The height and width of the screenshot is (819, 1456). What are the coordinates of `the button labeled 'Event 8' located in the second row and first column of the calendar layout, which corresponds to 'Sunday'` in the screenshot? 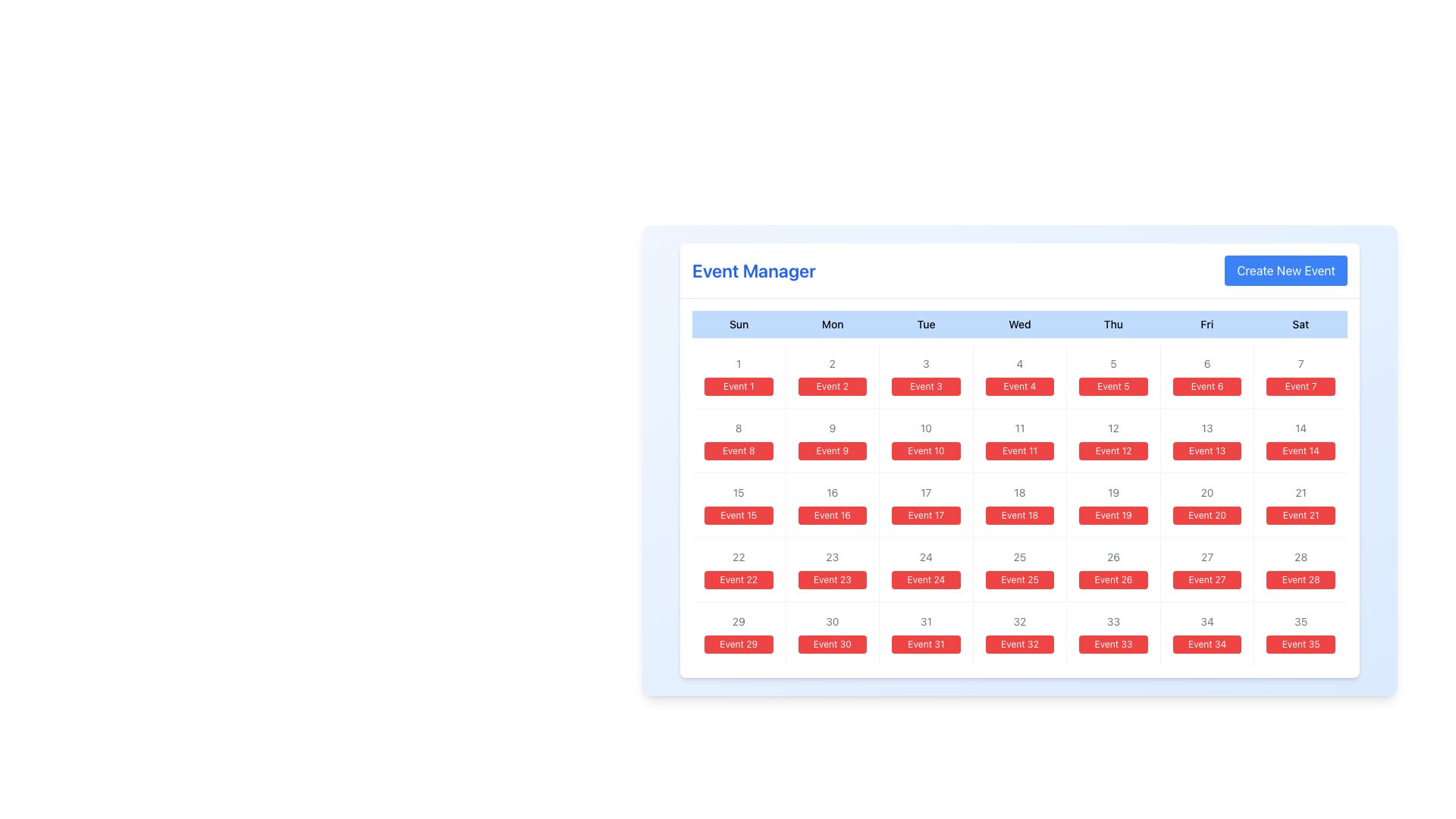 It's located at (739, 441).